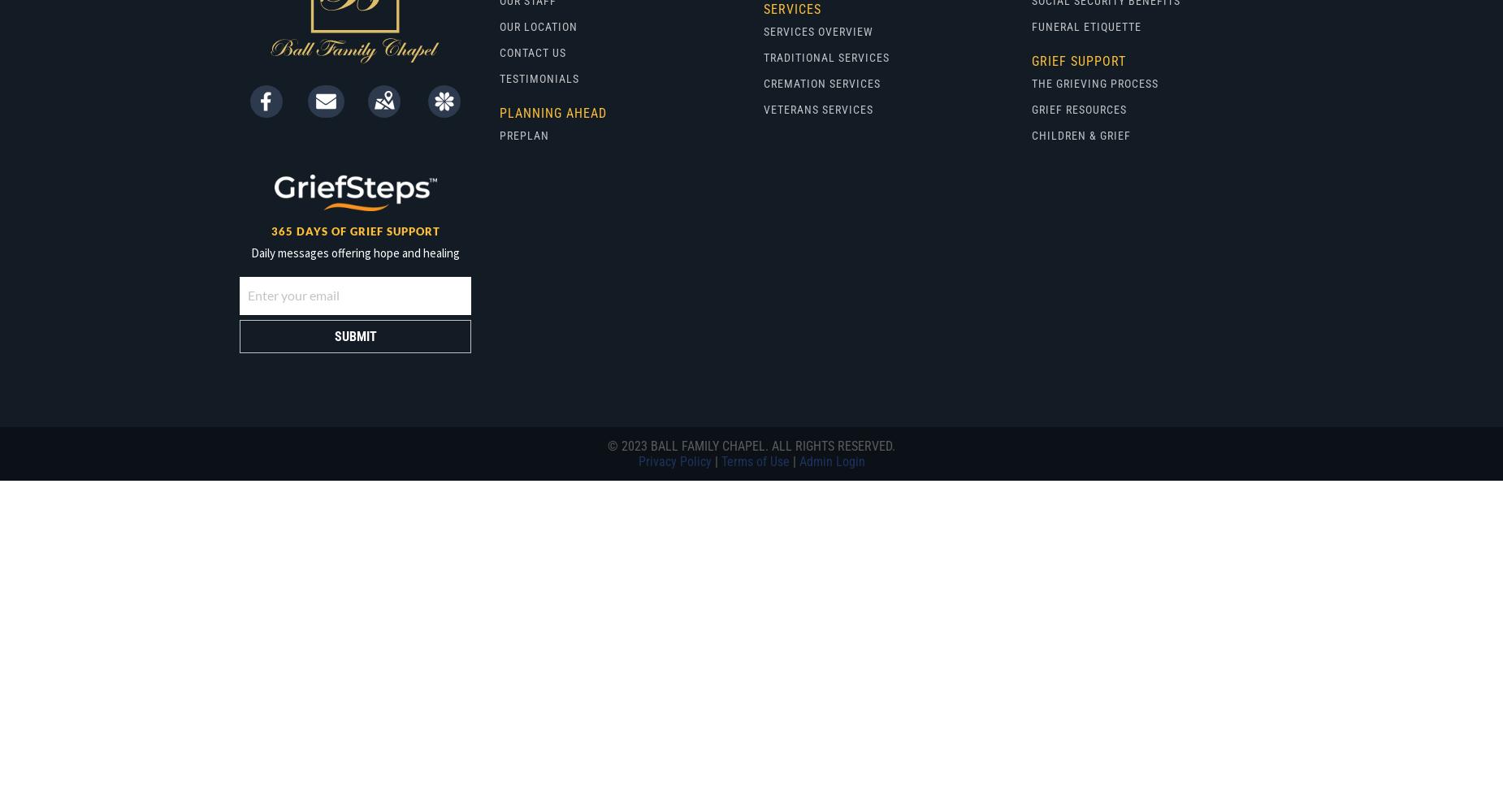 The height and width of the screenshot is (812, 1503). Describe the element at coordinates (754, 460) in the screenshot. I see `'Terms of Use'` at that location.